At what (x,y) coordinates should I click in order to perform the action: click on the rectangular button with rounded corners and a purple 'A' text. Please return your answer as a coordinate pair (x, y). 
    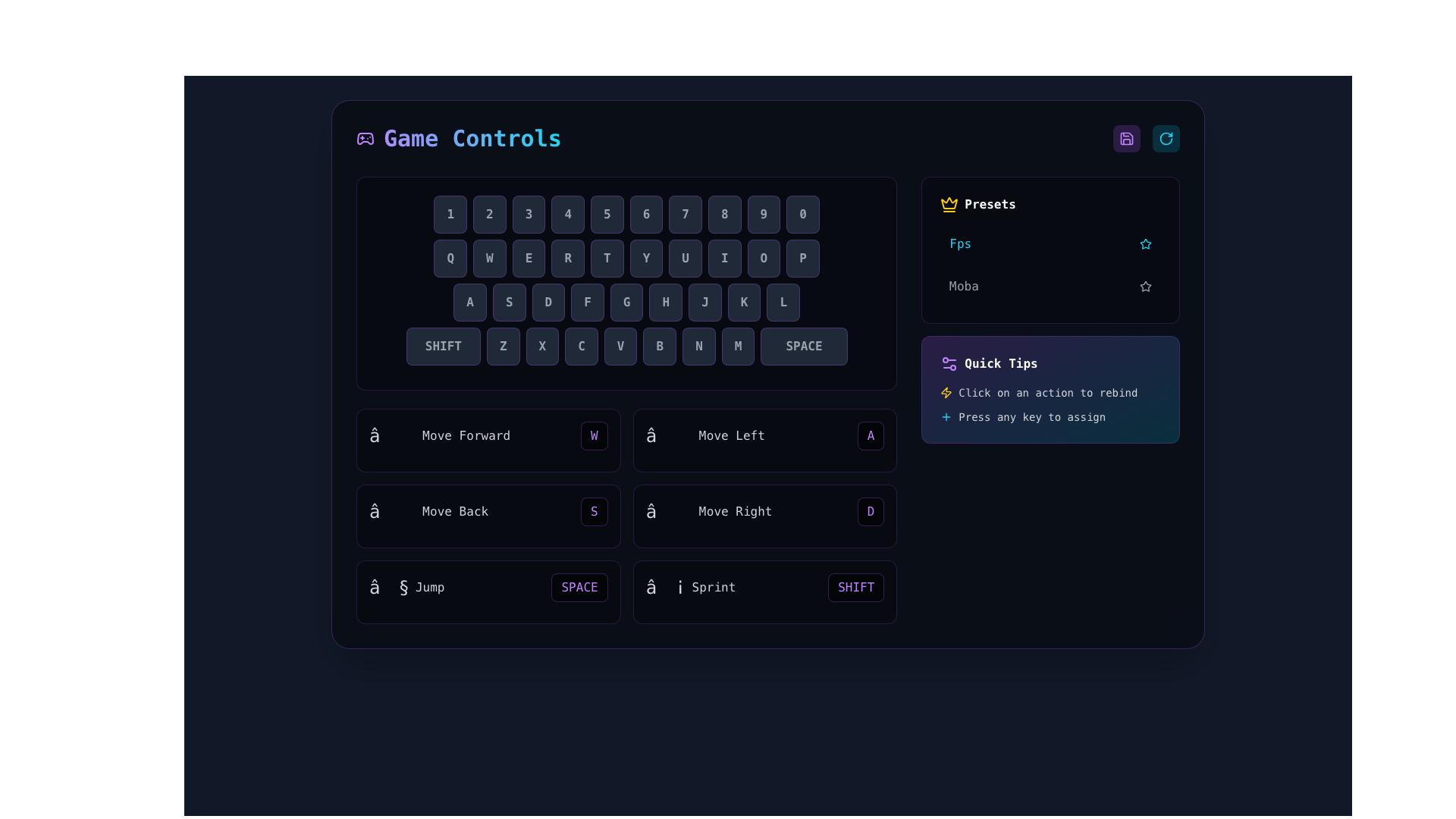
    Looking at the image, I should click on (871, 435).